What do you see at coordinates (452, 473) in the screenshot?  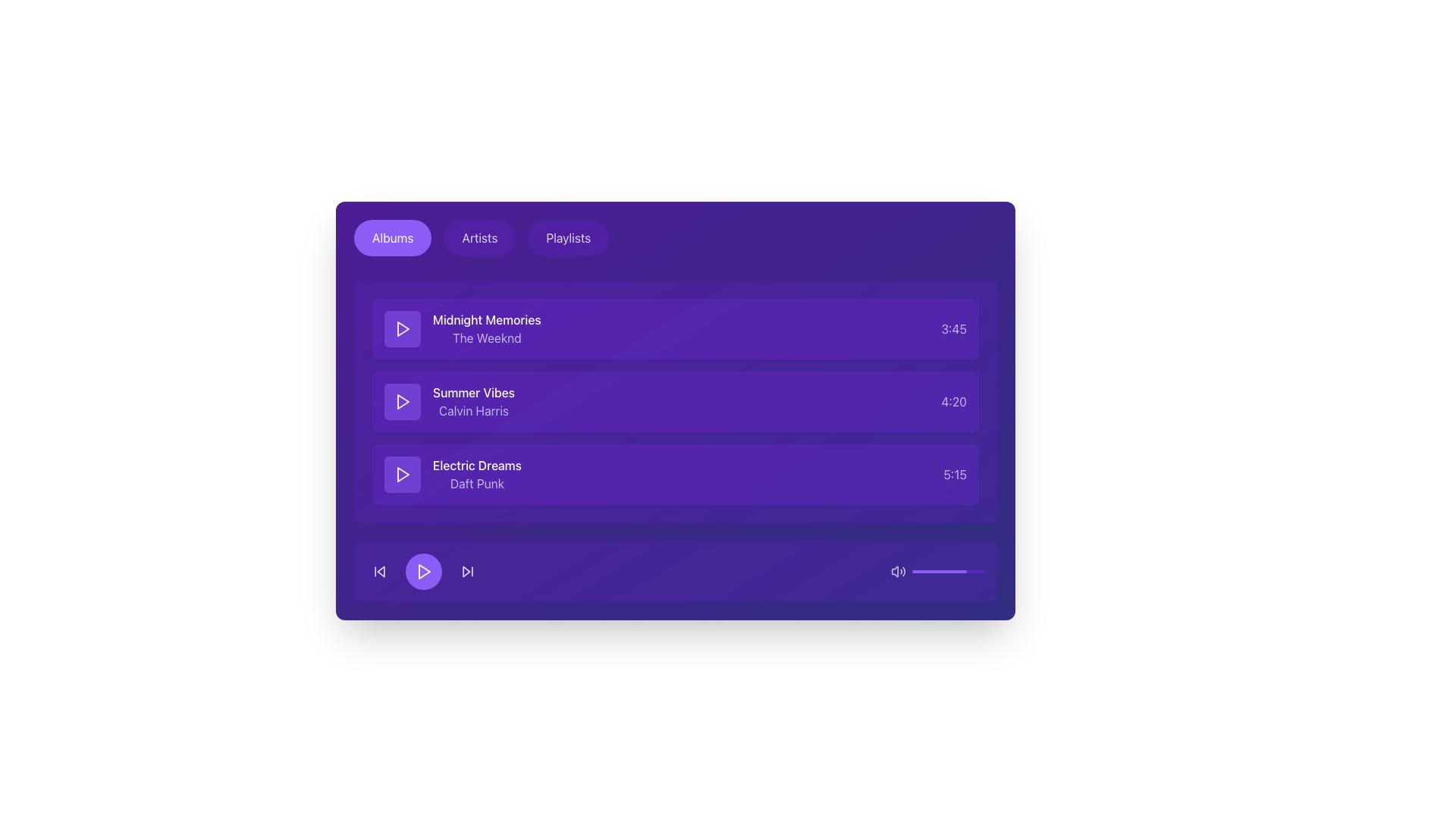 I see `the third song item` at bounding box center [452, 473].